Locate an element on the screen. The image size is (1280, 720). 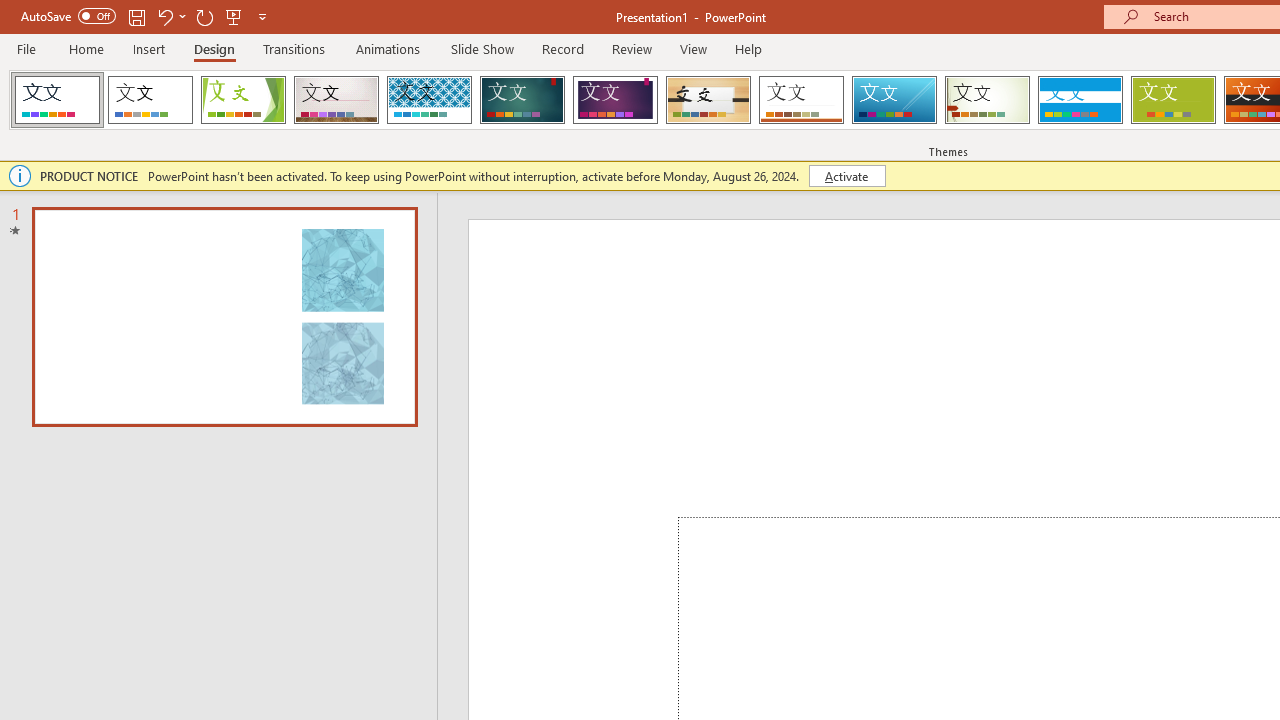
'Ion Boardroom' is located at coordinates (614, 100).